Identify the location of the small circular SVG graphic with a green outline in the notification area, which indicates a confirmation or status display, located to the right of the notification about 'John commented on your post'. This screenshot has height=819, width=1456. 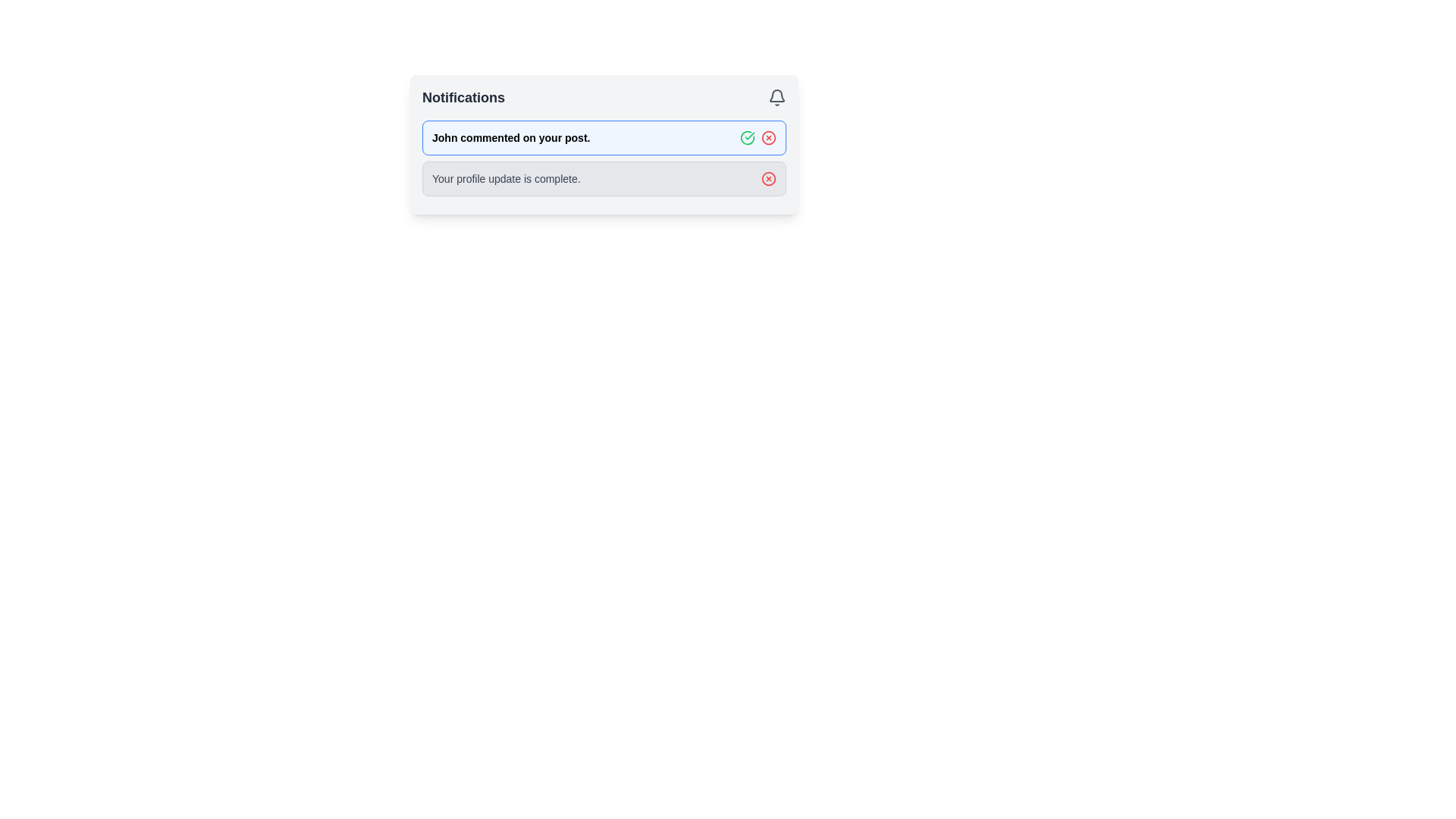
(747, 137).